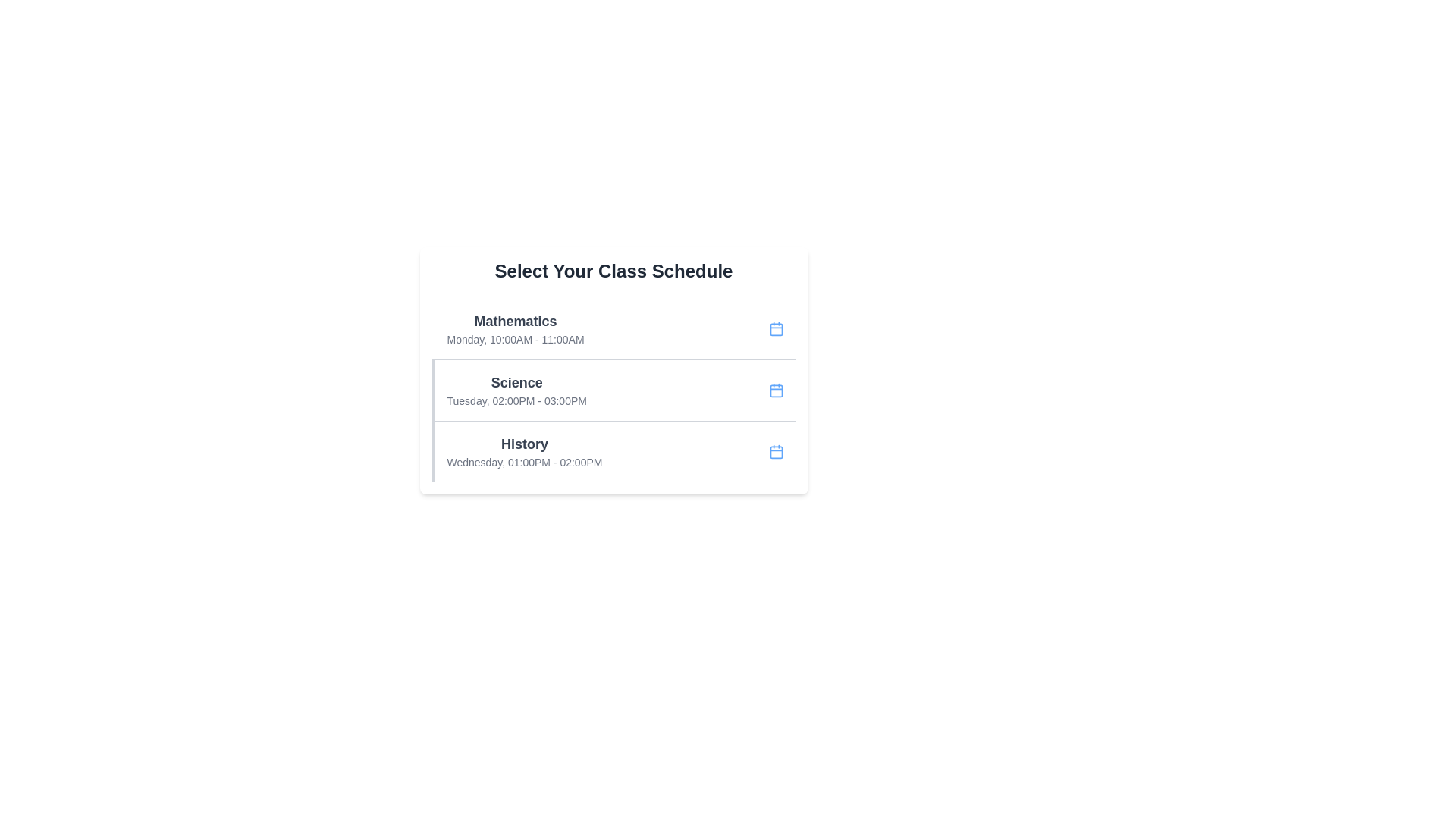 This screenshot has height=819, width=1456. What do you see at coordinates (524, 461) in the screenshot?
I see `the text displaying the schedule 'Wednesday, 01:00PM - 02:00PM' which is styled in smaller gray-colored font and located below the 'History' label` at bounding box center [524, 461].